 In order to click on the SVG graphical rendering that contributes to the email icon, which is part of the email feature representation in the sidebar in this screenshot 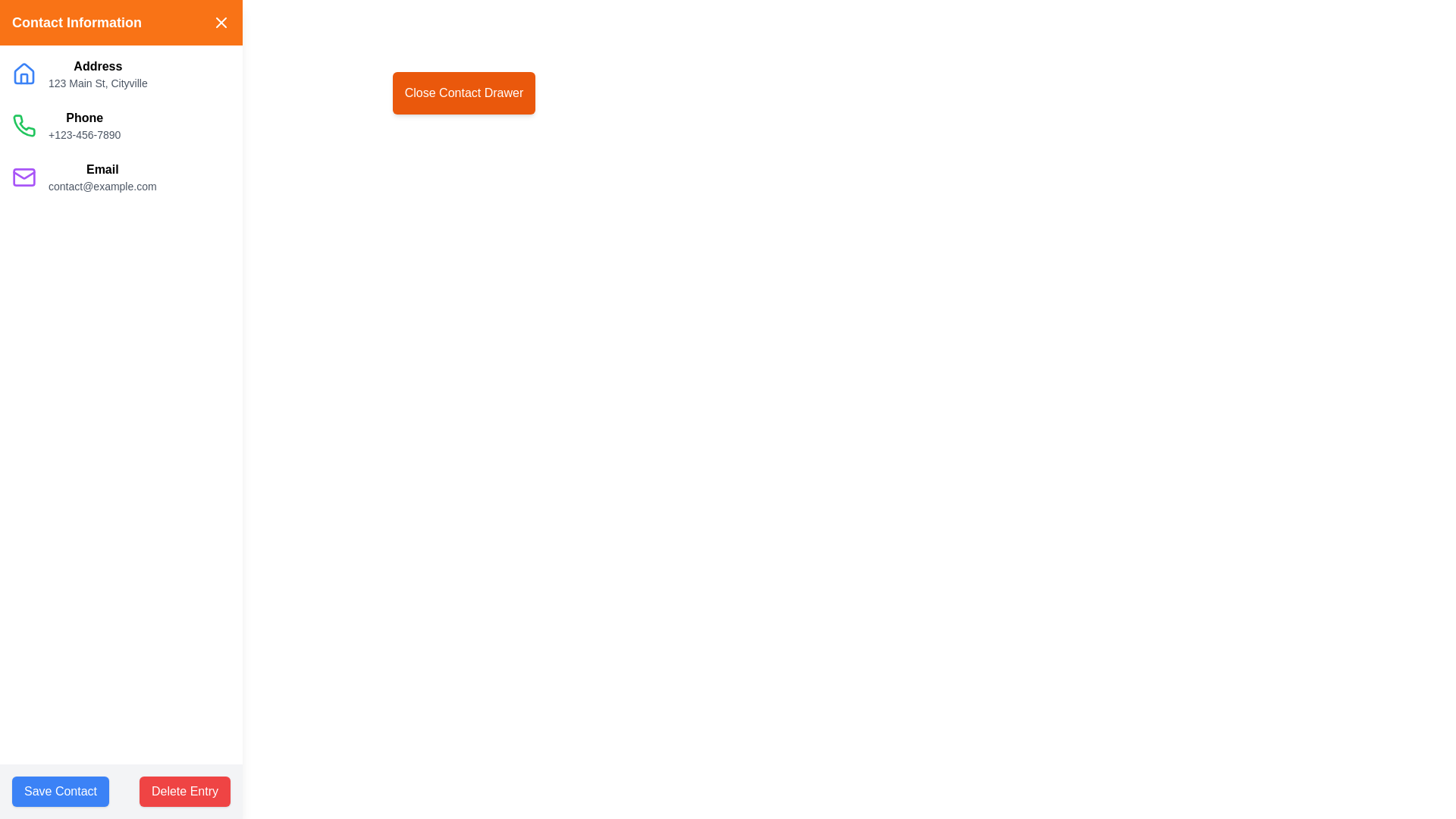, I will do `click(24, 177)`.